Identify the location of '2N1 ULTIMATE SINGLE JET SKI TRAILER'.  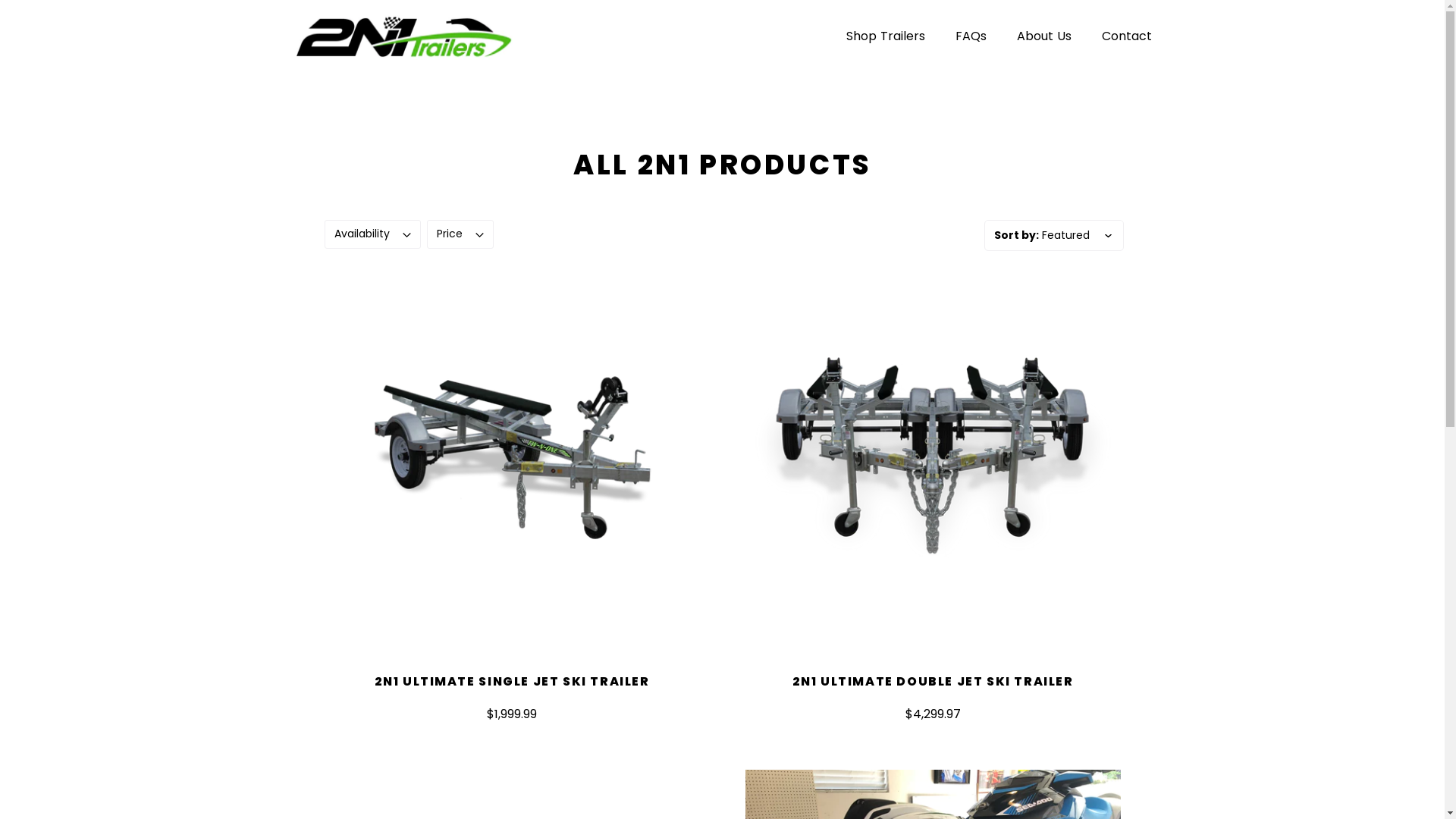
(375, 680).